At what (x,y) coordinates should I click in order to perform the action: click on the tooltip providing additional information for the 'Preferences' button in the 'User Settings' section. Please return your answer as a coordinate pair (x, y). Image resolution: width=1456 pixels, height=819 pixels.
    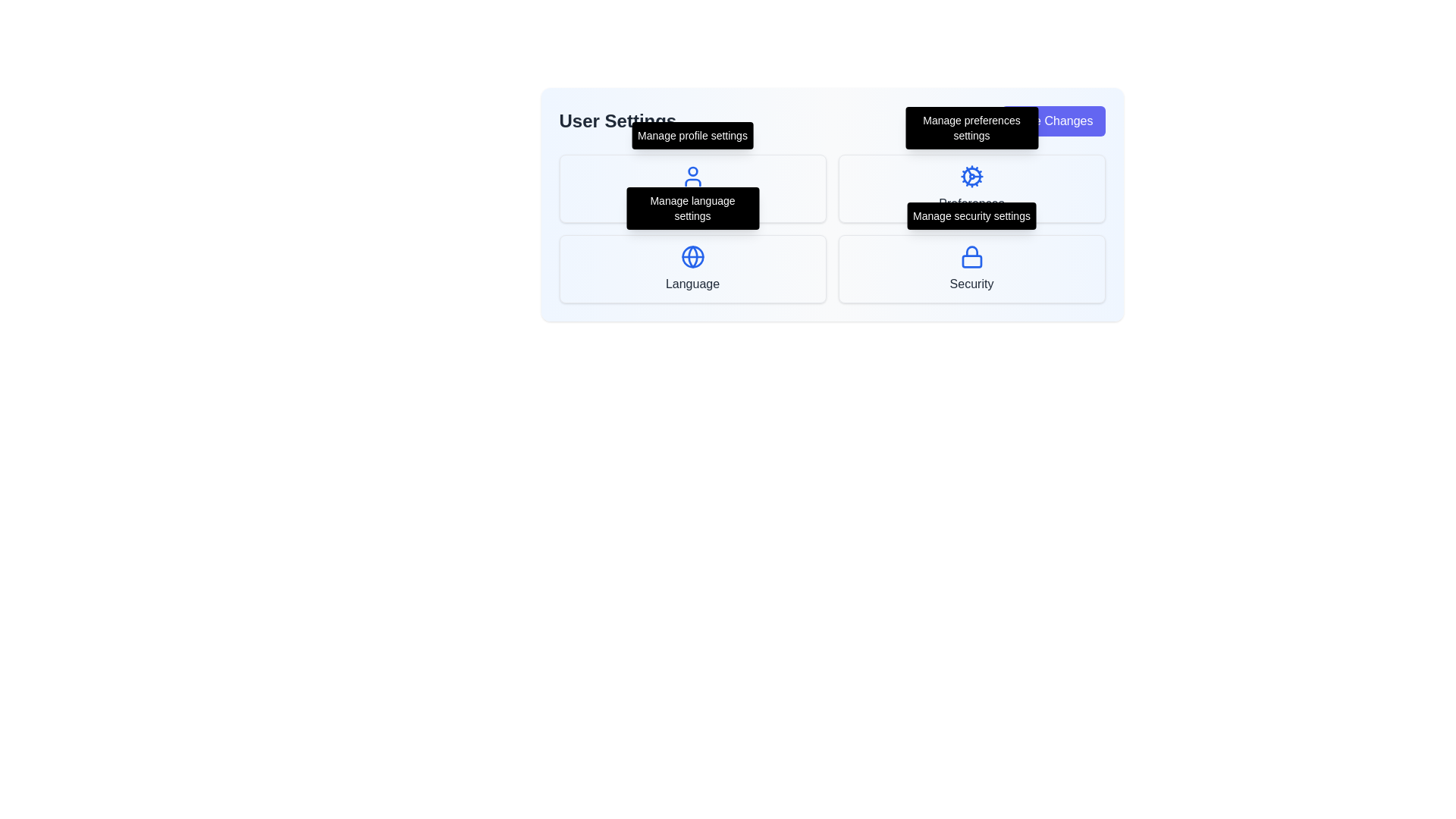
    Looking at the image, I should click on (971, 127).